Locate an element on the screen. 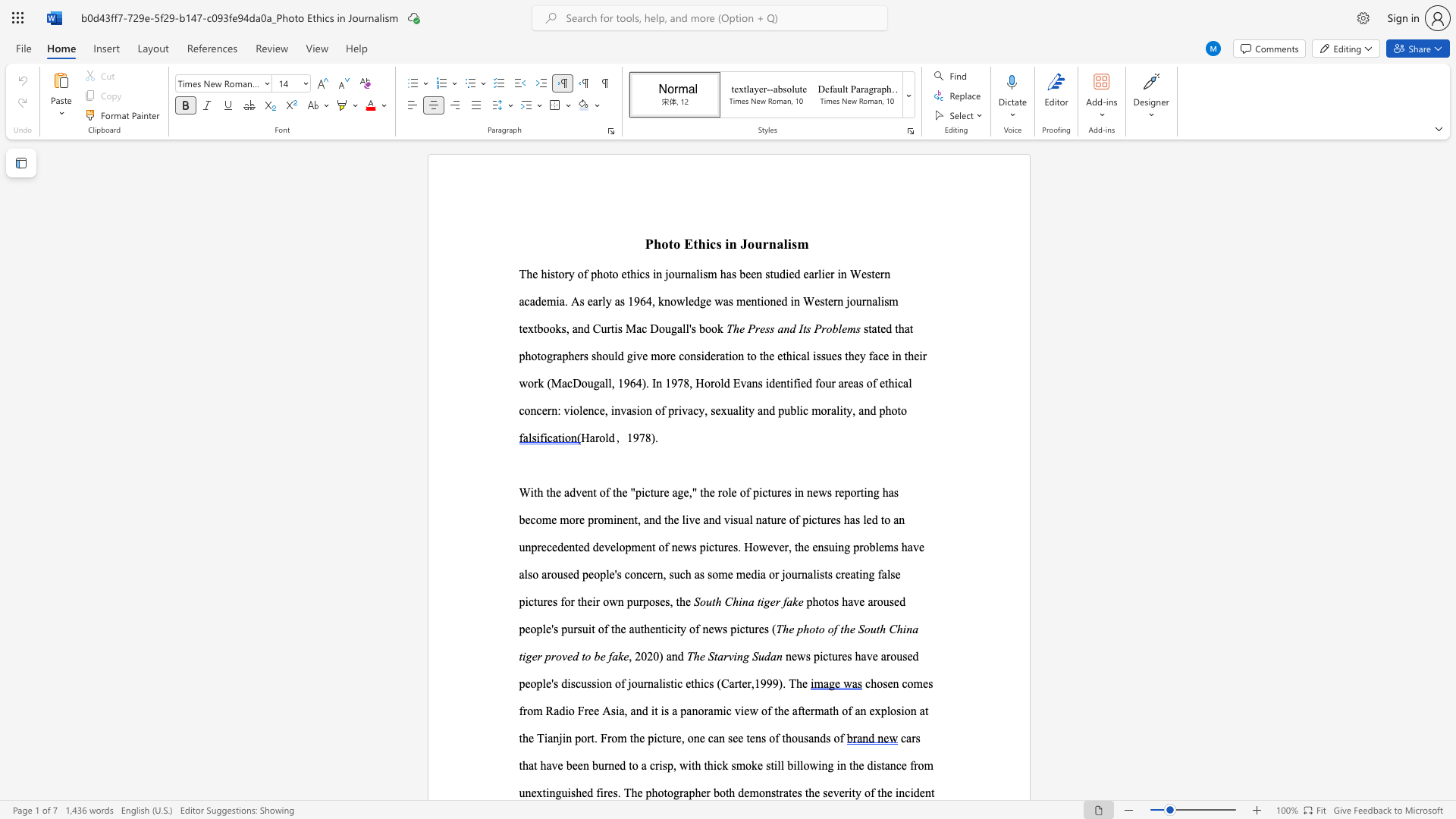 The image size is (1456, 819). the 1th character ")" in the text is located at coordinates (653, 438).